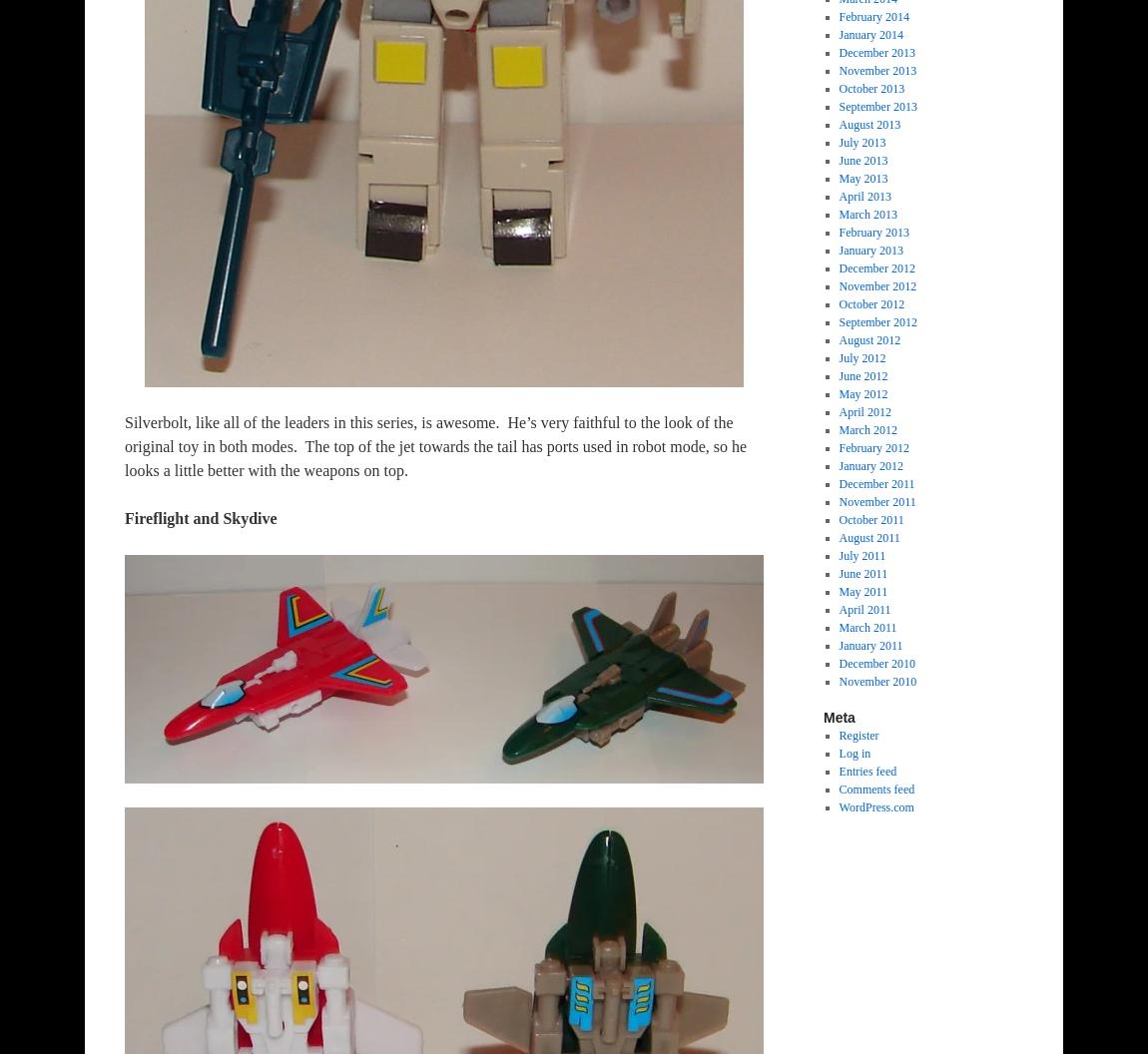 This screenshot has height=1054, width=1148. Describe the element at coordinates (876, 69) in the screenshot. I see `'November 2013'` at that location.